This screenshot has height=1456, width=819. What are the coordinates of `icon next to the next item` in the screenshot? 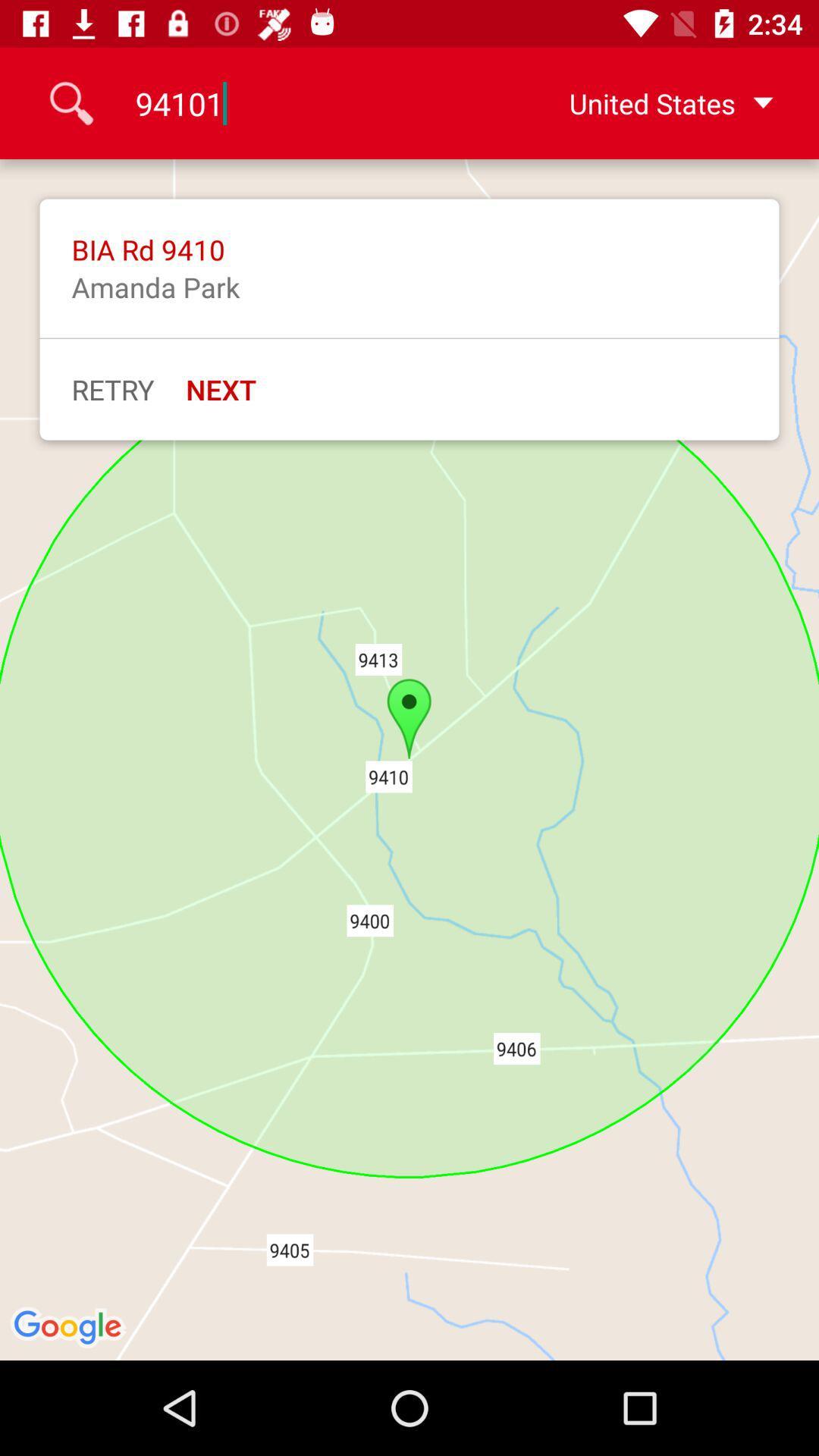 It's located at (111, 389).